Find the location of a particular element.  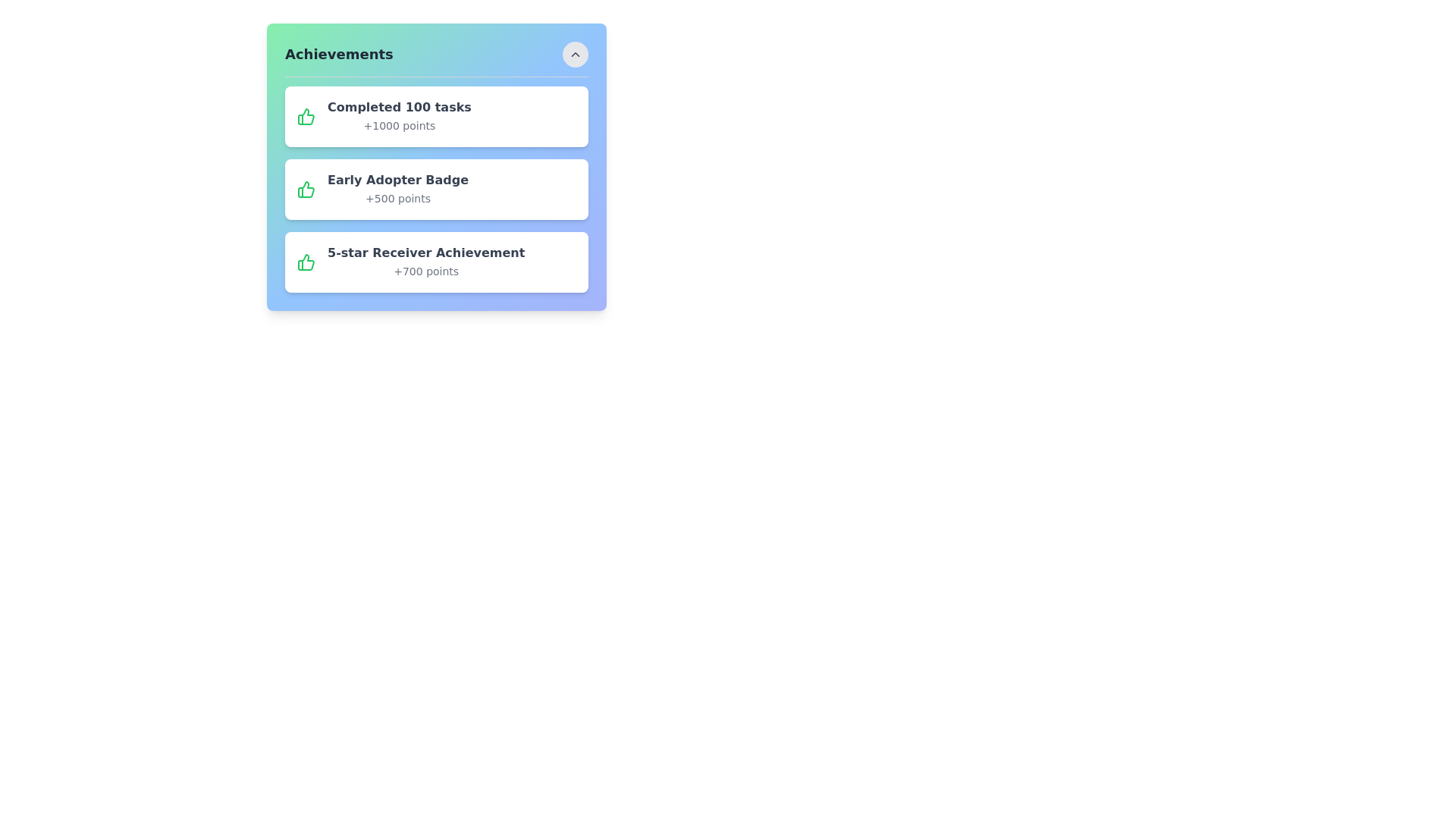

text element displaying '+700 points' located at the bottom-right corner of the '5-star Receiver Achievement' card to understand the reward points is located at coordinates (425, 271).